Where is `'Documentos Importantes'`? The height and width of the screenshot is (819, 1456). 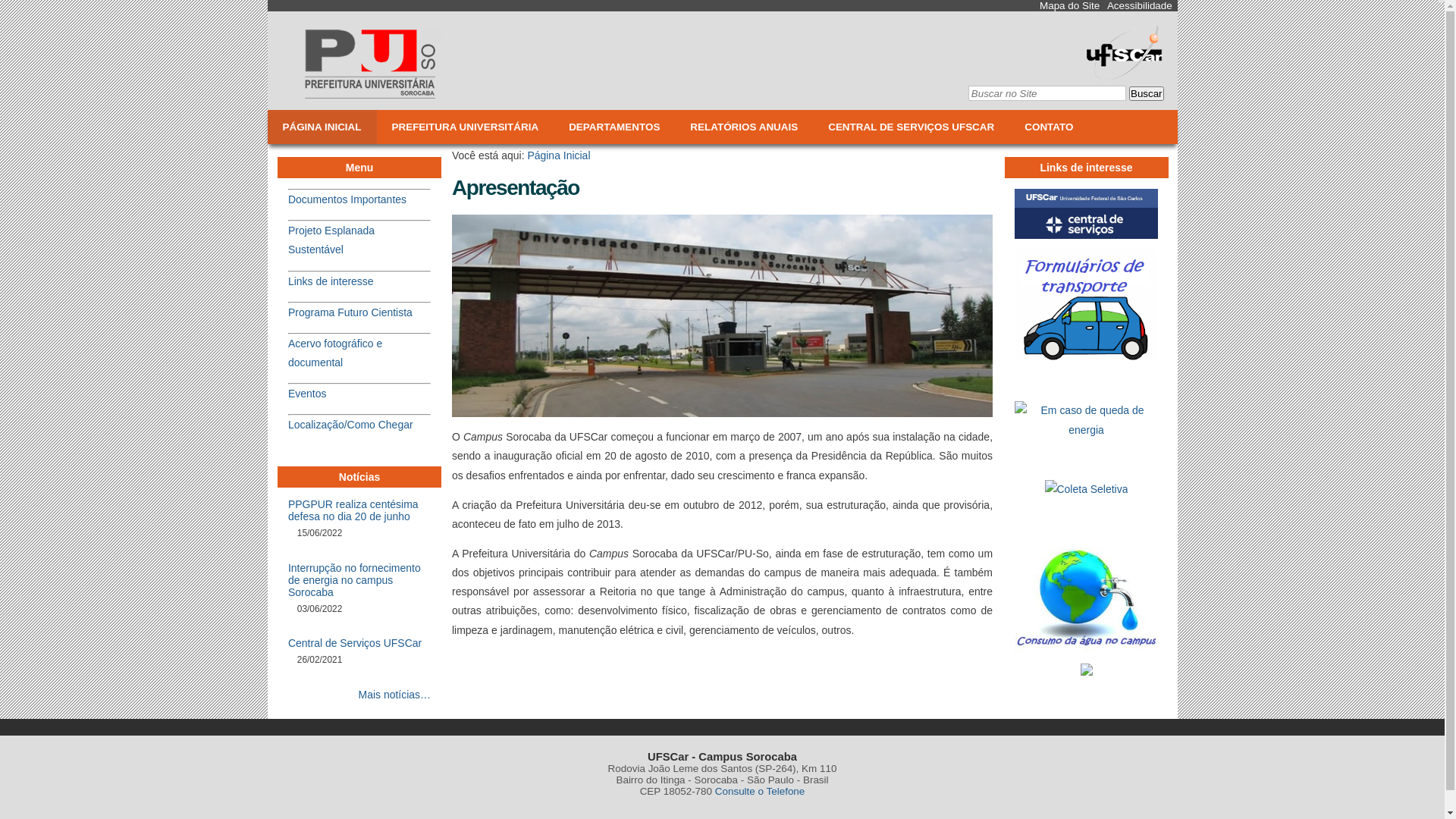 'Documentos Importantes' is located at coordinates (346, 198).